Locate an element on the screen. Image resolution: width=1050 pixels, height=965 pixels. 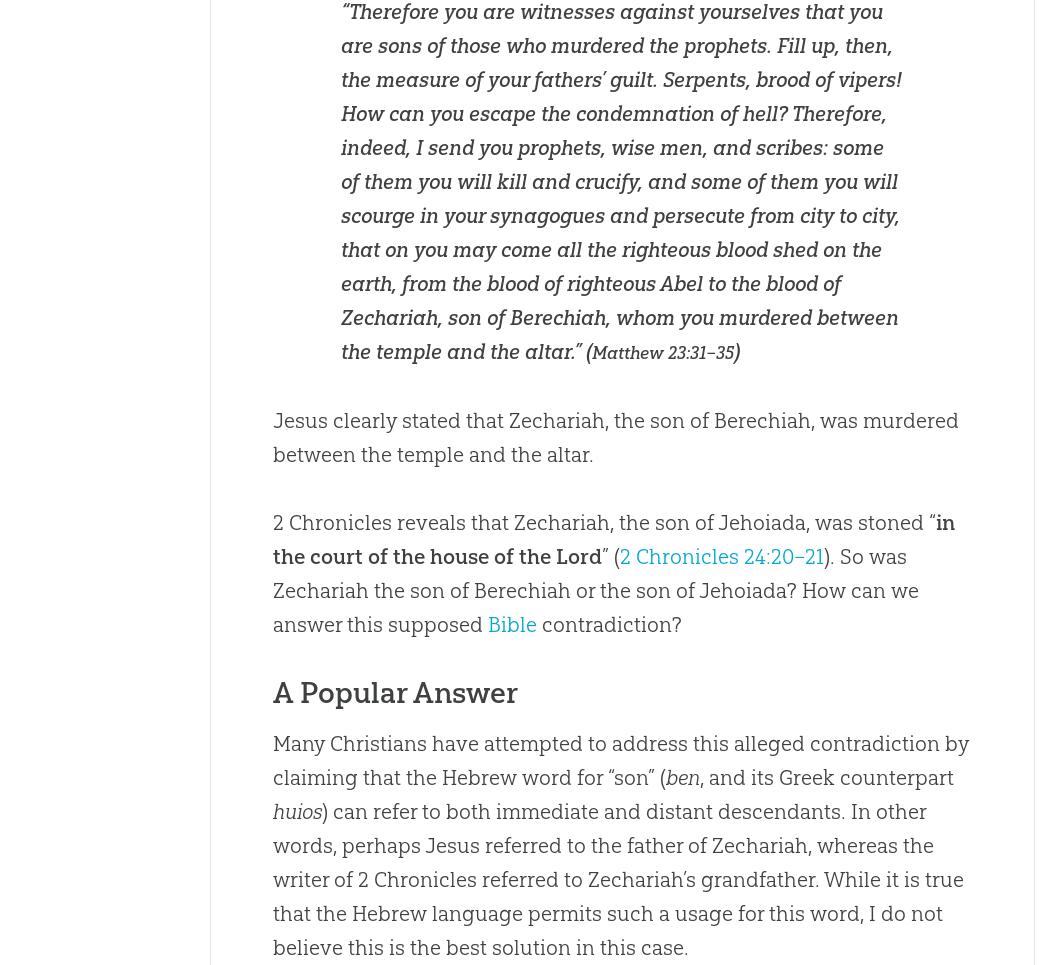
'contradiction?' is located at coordinates (608, 623).